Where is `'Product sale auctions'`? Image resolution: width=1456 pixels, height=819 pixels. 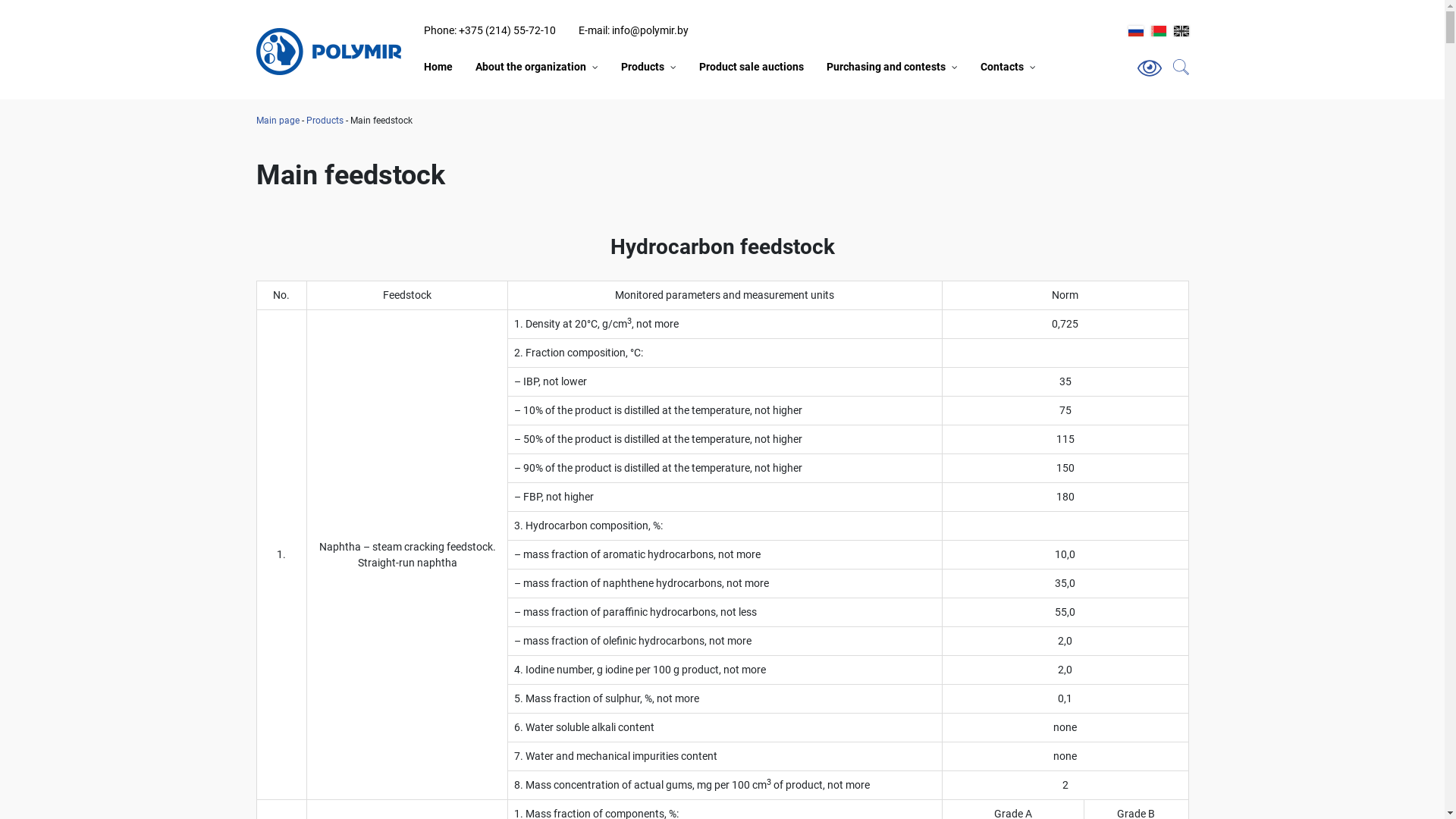
'Product sale auctions' is located at coordinates (751, 66).